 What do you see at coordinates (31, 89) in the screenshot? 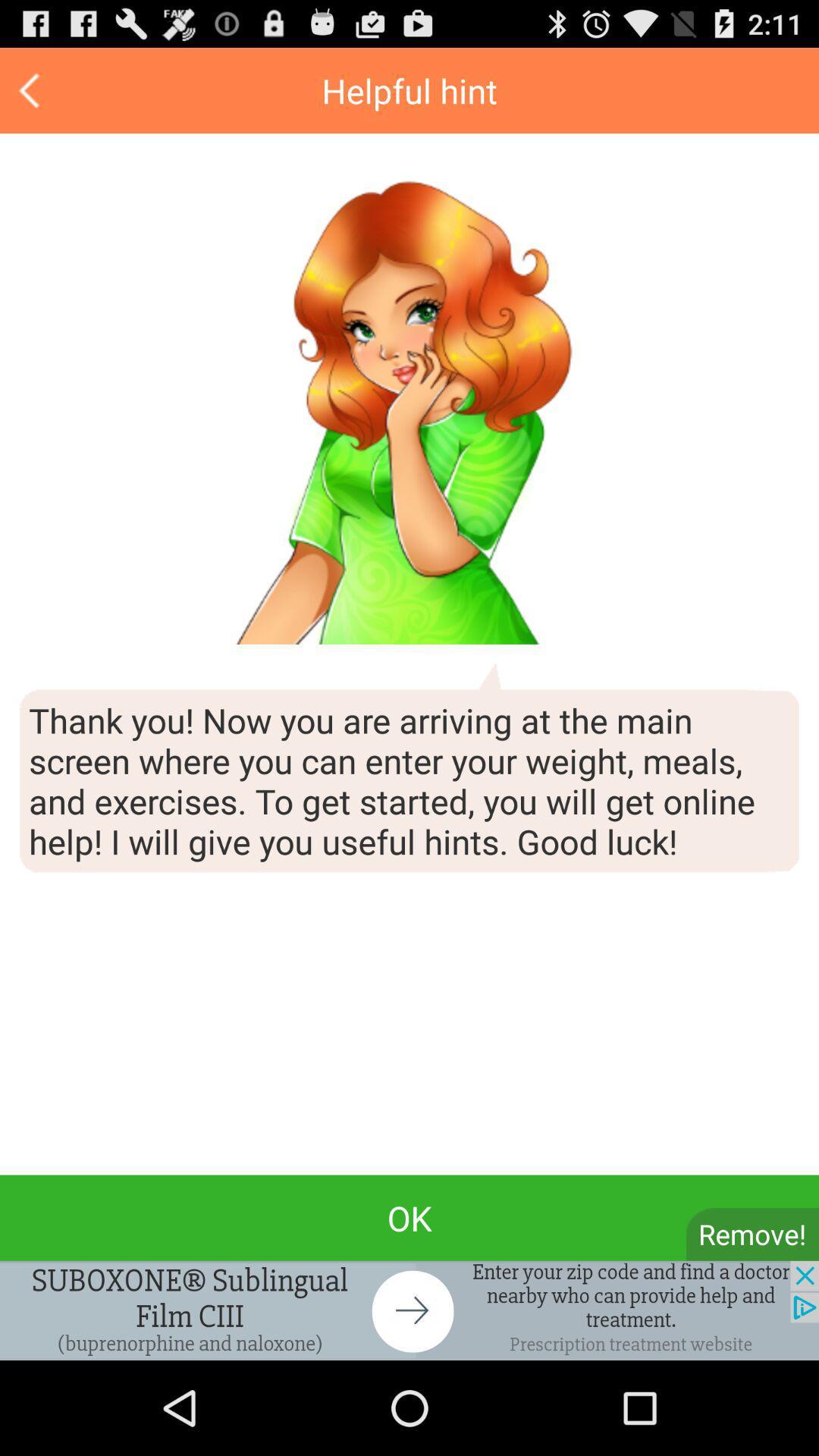
I see `previous button` at bounding box center [31, 89].